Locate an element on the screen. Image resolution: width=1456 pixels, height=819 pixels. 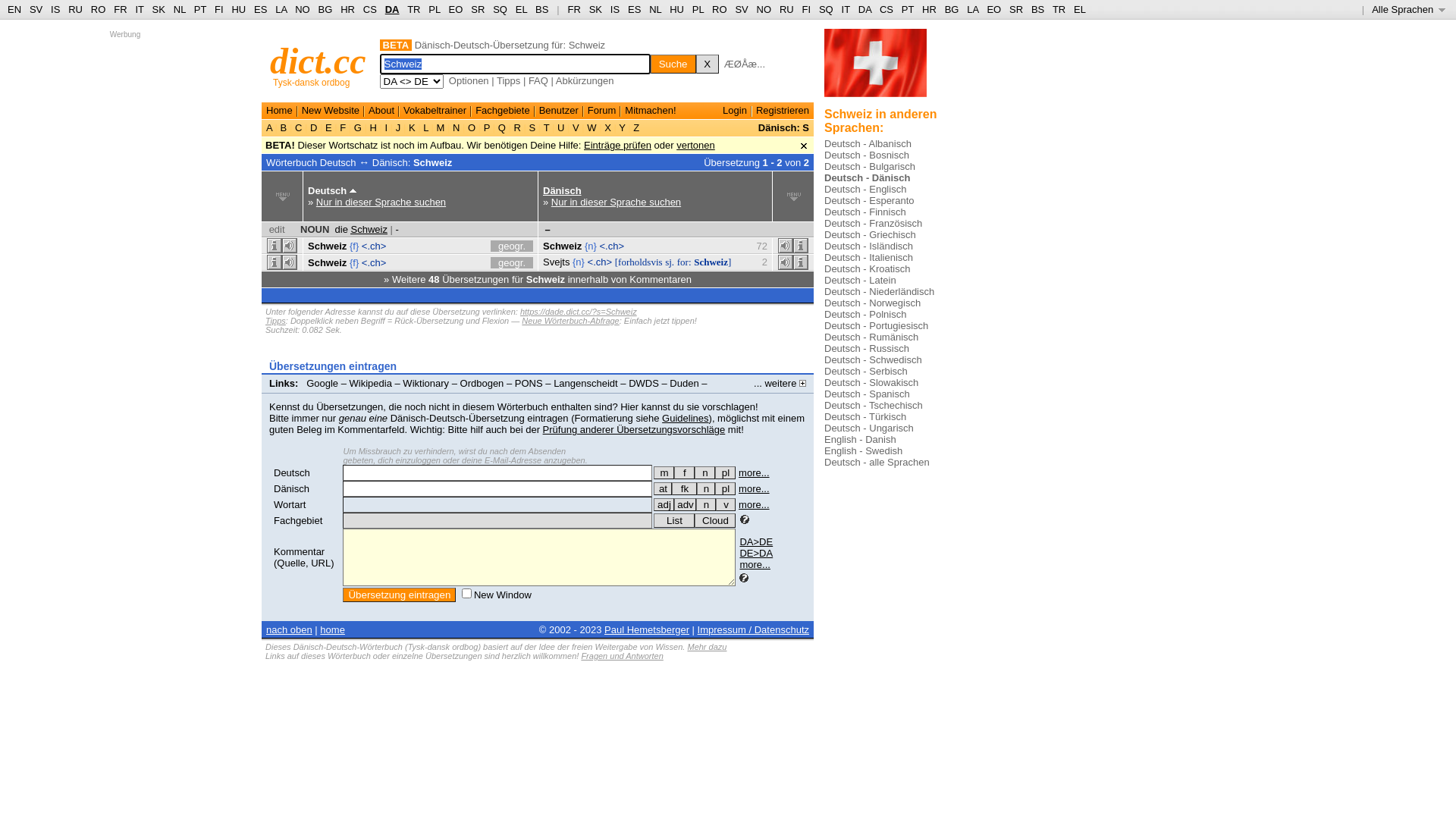
'Deutsch - Schwedisch' is located at coordinates (873, 359).